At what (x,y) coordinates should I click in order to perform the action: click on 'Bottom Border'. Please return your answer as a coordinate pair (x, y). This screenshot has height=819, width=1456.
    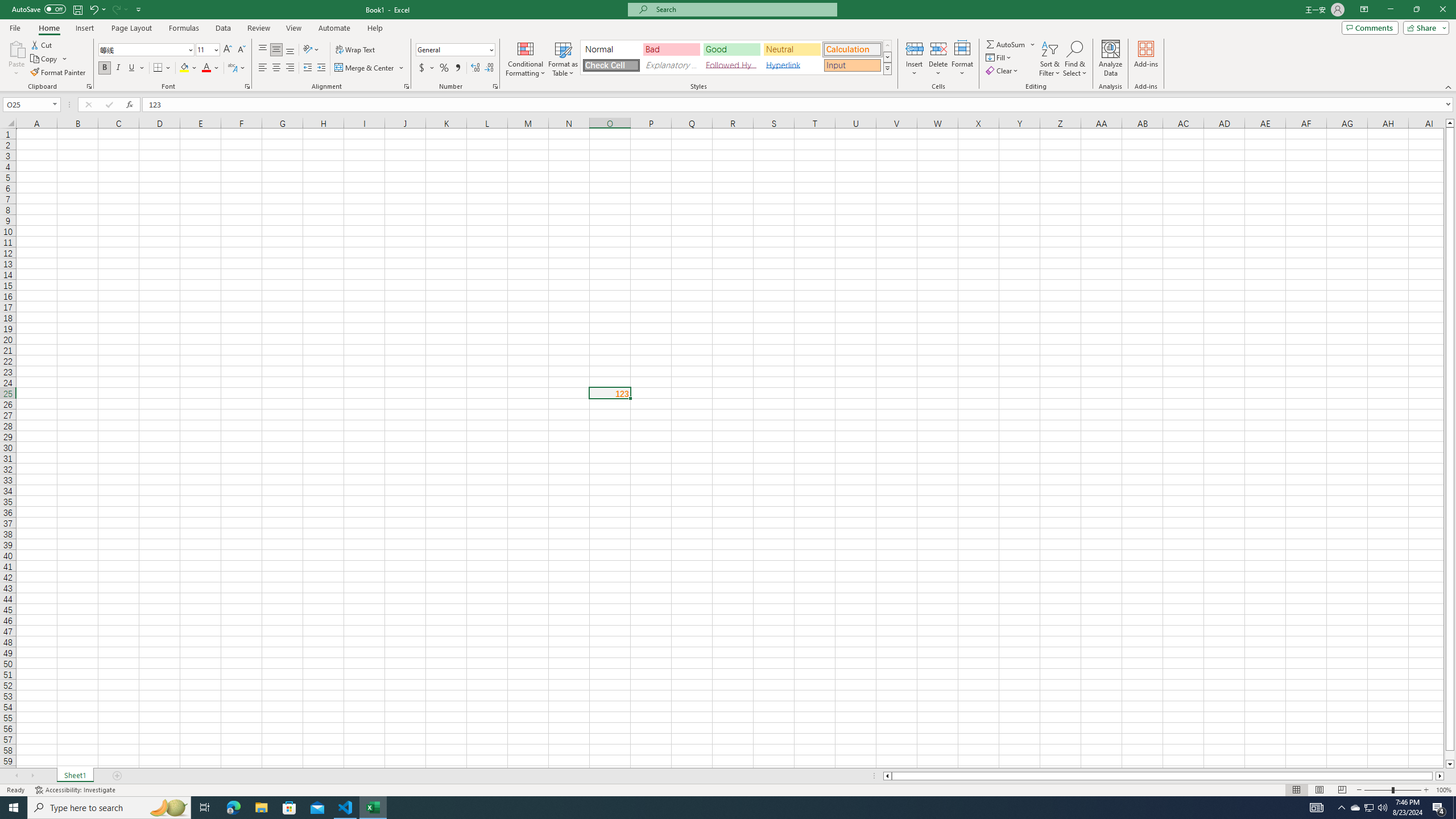
    Looking at the image, I should click on (158, 67).